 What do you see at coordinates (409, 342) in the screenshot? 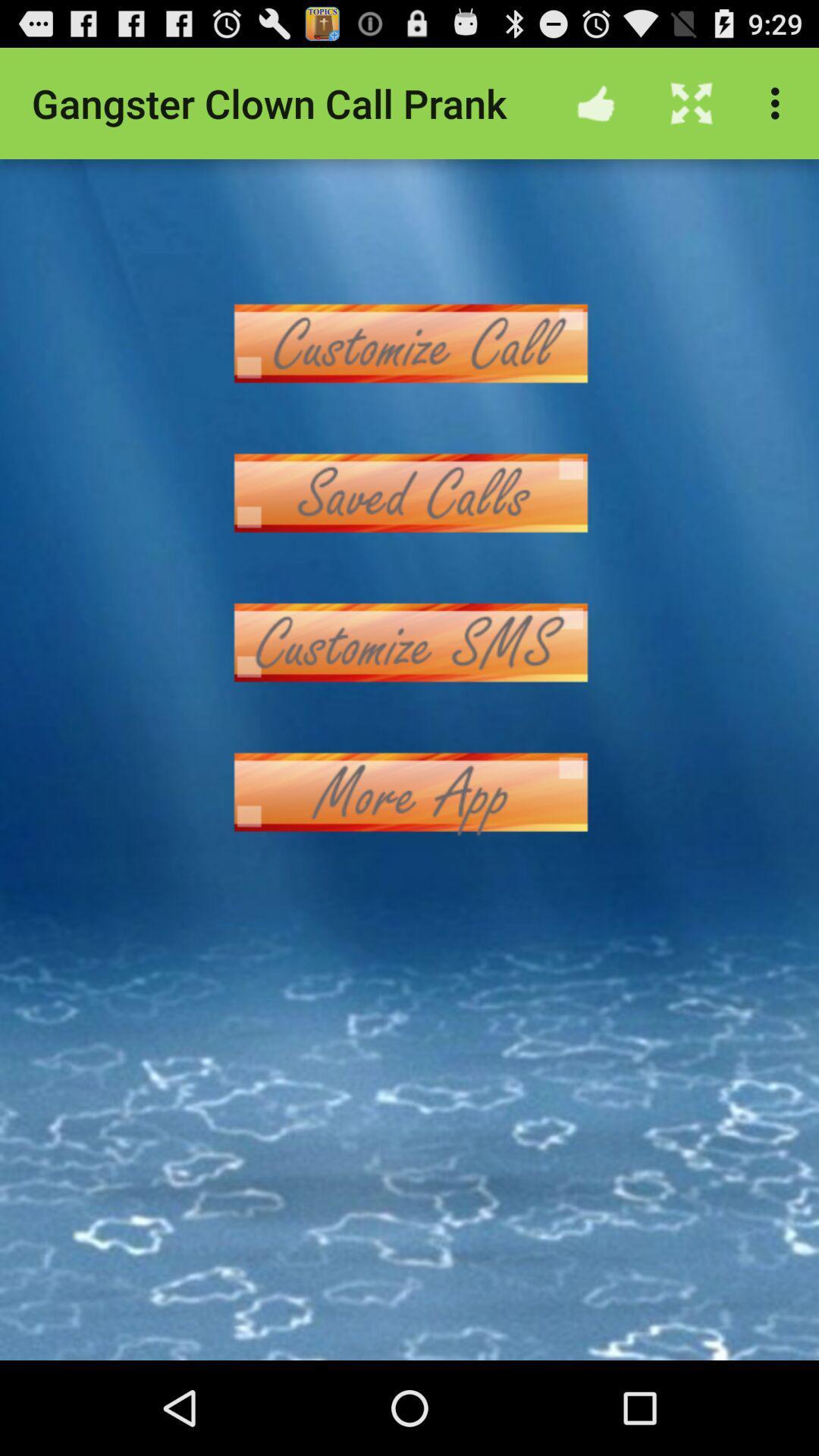
I see `button` at bounding box center [409, 342].